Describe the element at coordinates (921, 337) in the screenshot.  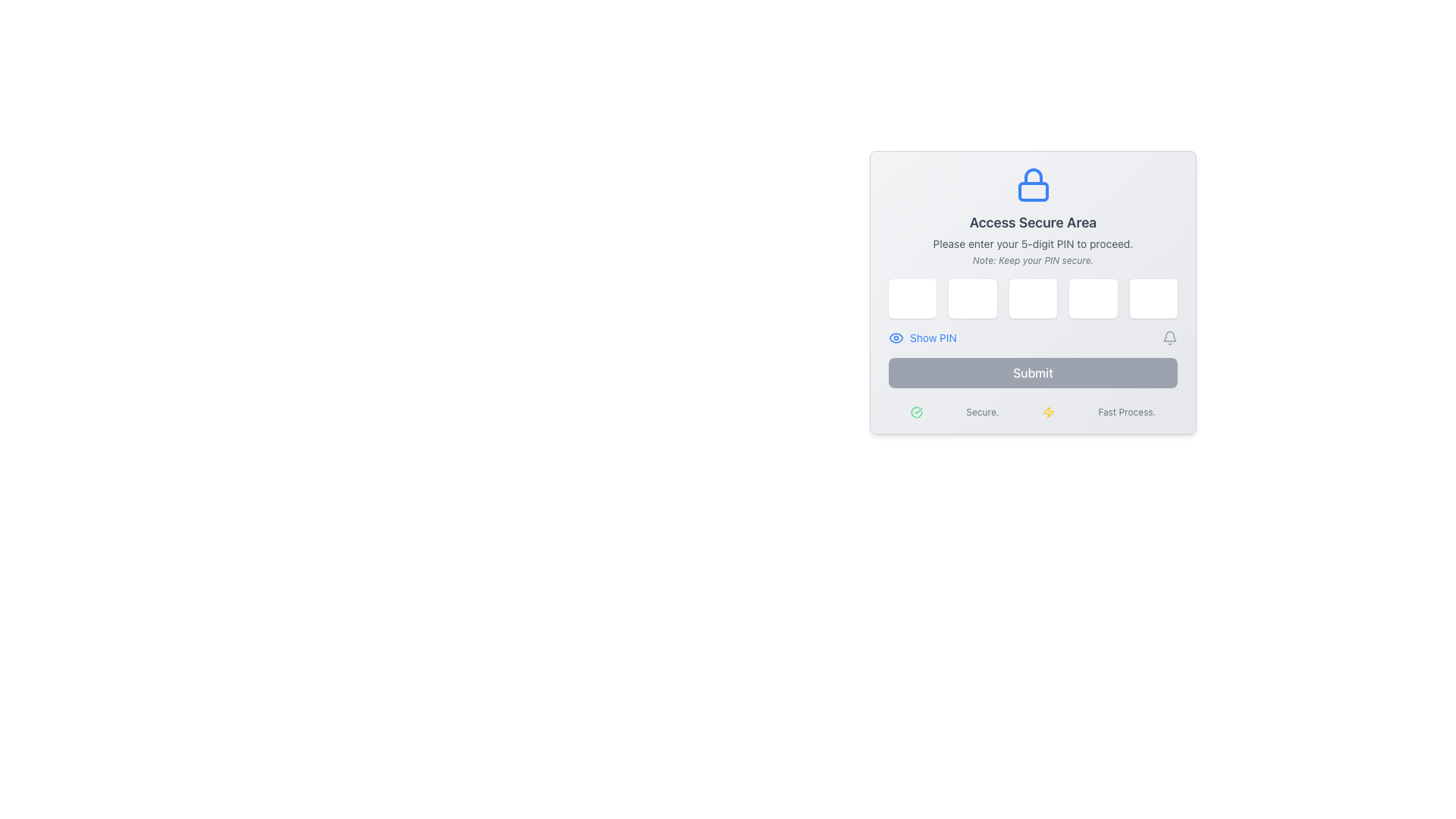
I see `the Button that toggles the visibility of the entered PIN code, located beneath the PIN code entry fields in the input form segment` at that location.